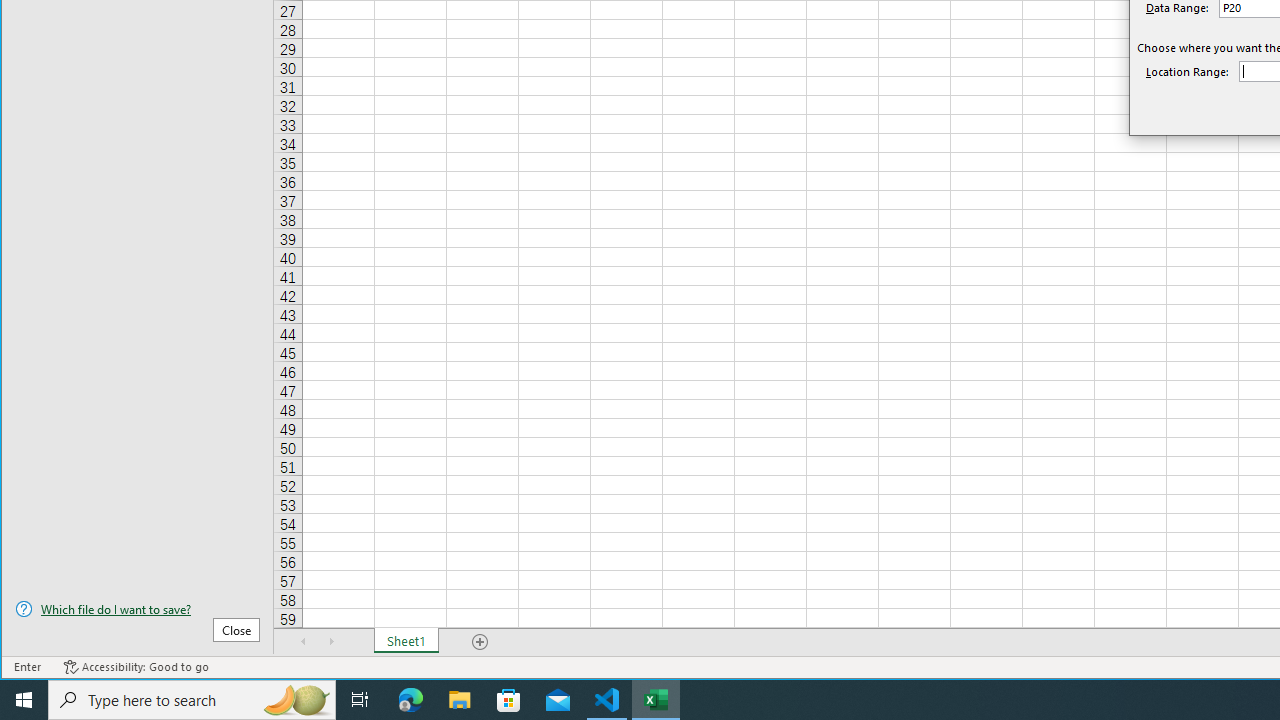 The height and width of the screenshot is (720, 1280). Describe the element at coordinates (410, 698) in the screenshot. I see `'Microsoft Edge'` at that location.